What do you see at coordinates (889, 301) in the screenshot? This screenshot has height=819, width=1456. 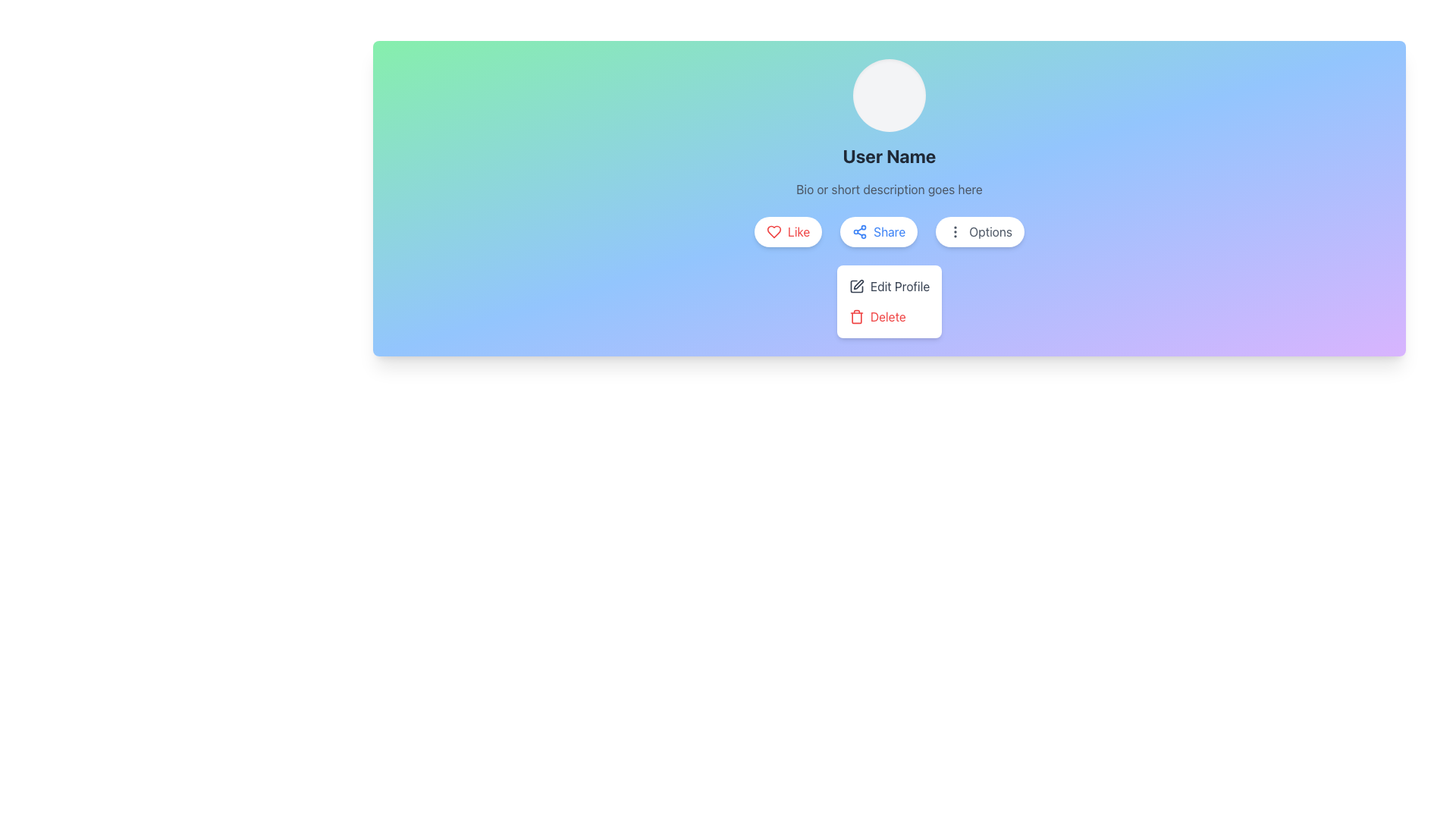 I see `the Grouped Action Panel located beneath the user profile section` at bounding box center [889, 301].